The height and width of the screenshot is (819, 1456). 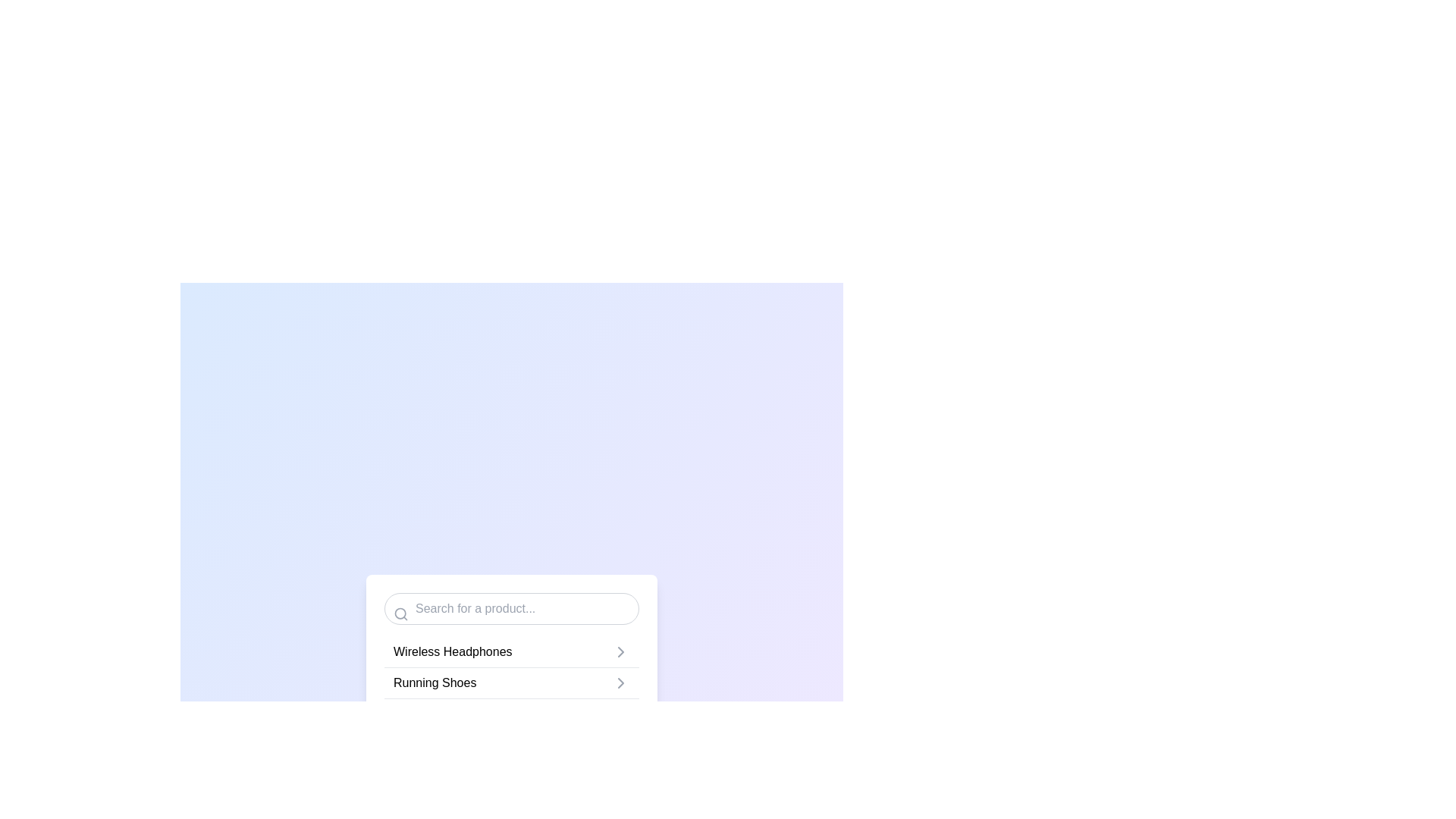 What do you see at coordinates (512, 651) in the screenshot?
I see `the first list item/button for 'Wireless Headphones' located directly below the search bar` at bounding box center [512, 651].